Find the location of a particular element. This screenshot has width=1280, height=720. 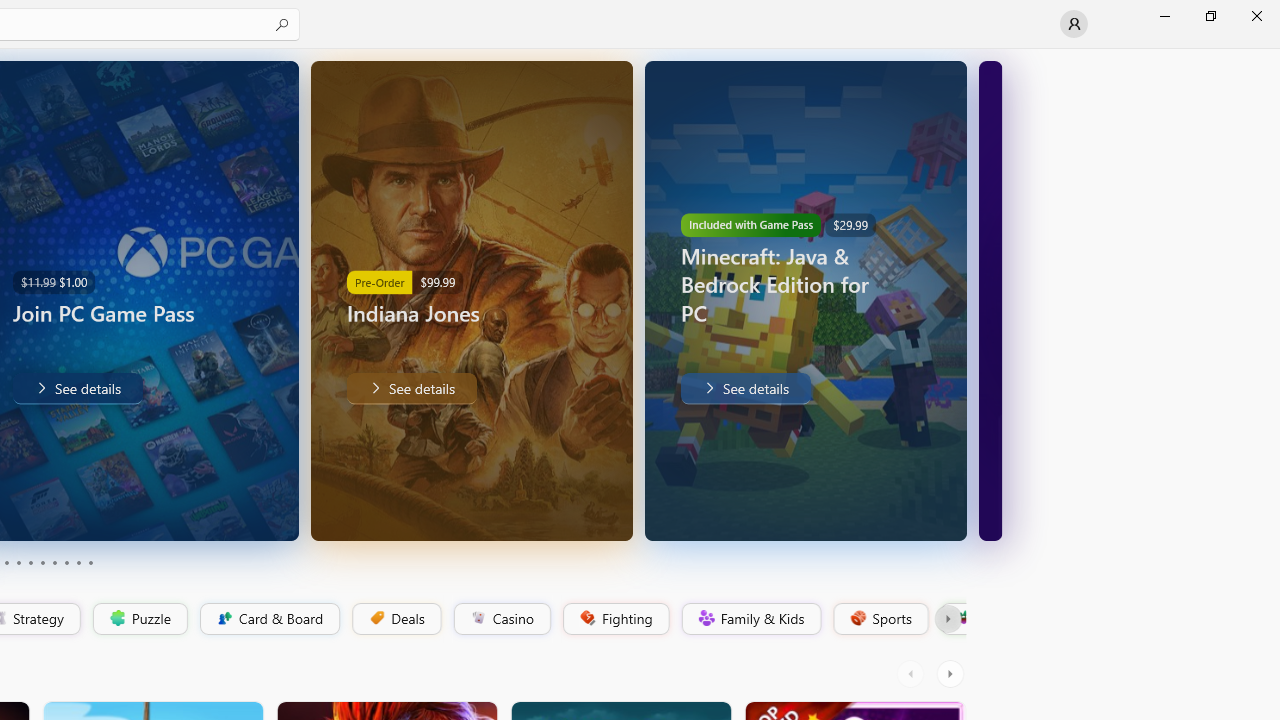

'Deals' is located at coordinates (395, 618).